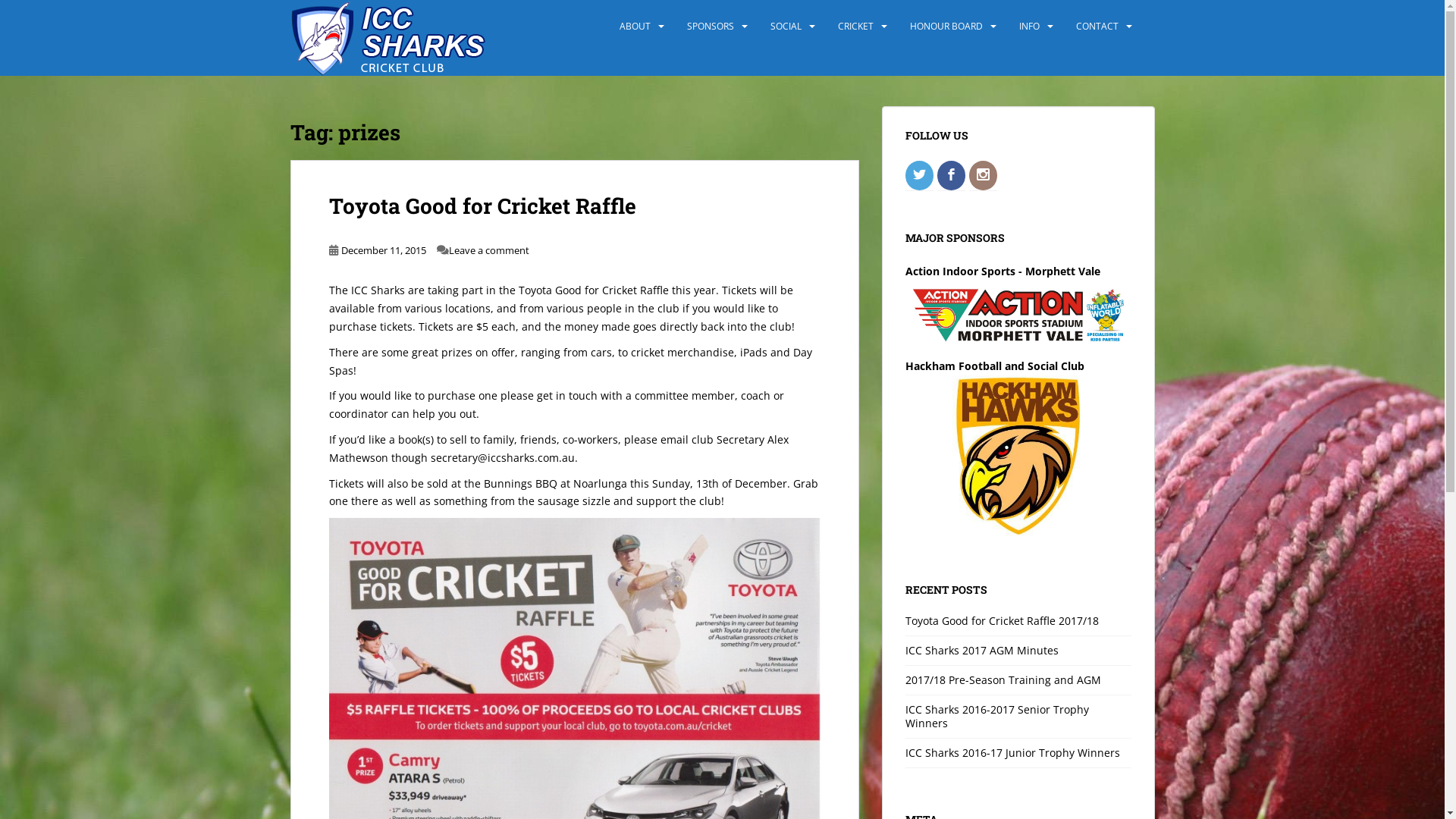 Image resolution: width=1456 pixels, height=819 pixels. Describe the element at coordinates (982, 649) in the screenshot. I see `'ICC Sharks 2017 AGM Minutes'` at that location.